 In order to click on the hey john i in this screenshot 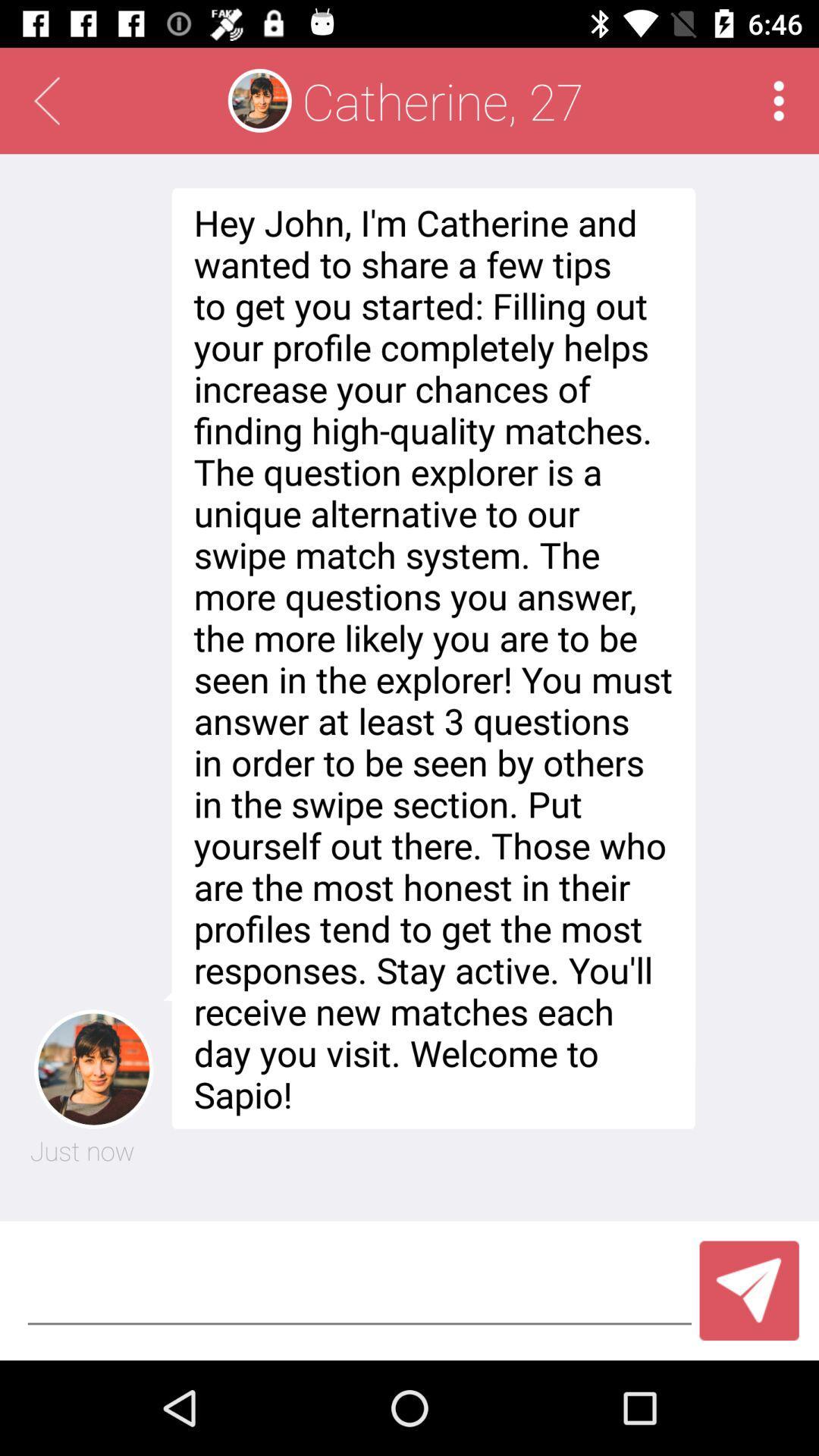, I will do `click(429, 658)`.